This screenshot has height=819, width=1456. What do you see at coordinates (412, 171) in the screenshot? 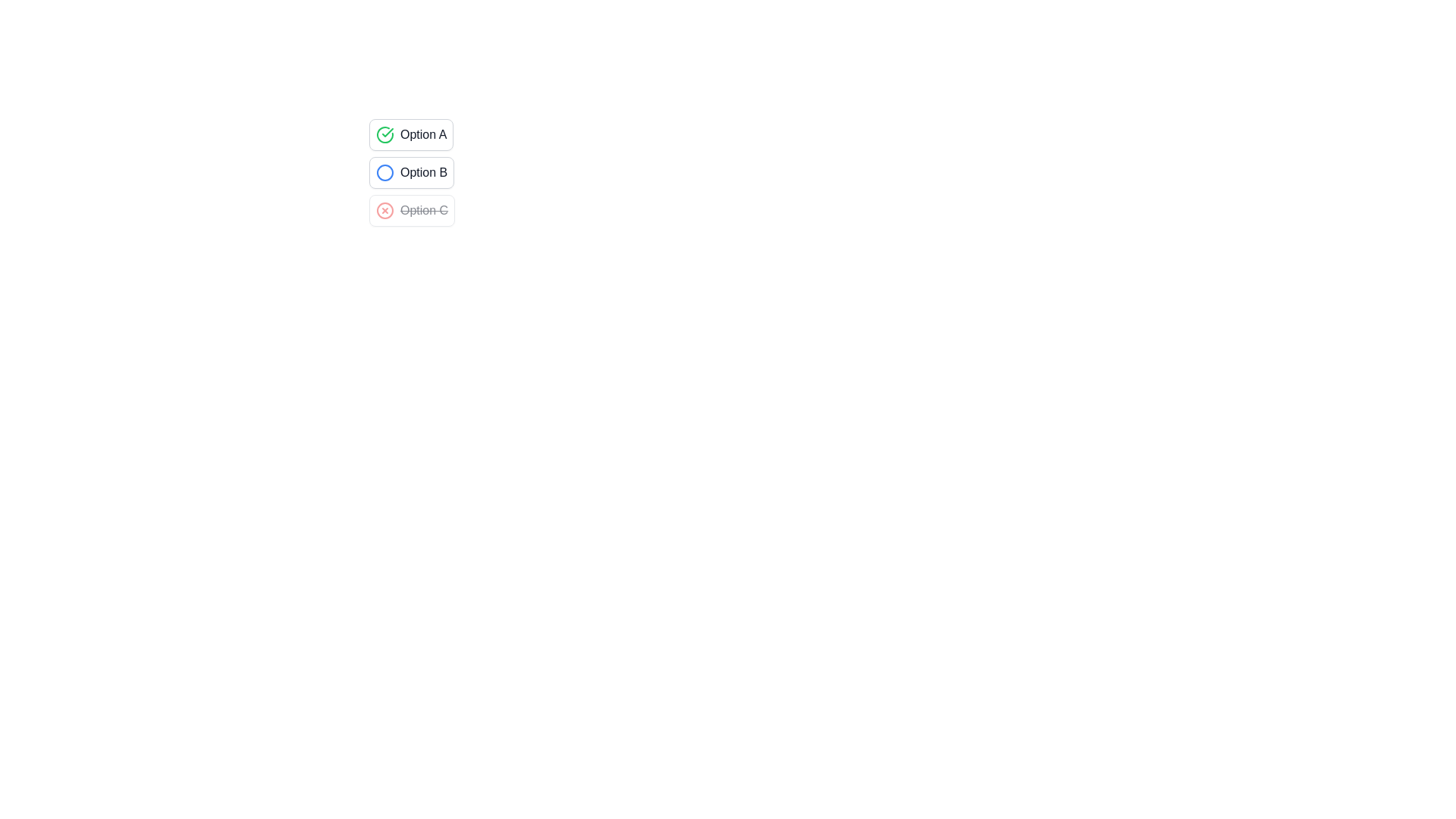
I see `the radio button labeled 'Option B'` at bounding box center [412, 171].